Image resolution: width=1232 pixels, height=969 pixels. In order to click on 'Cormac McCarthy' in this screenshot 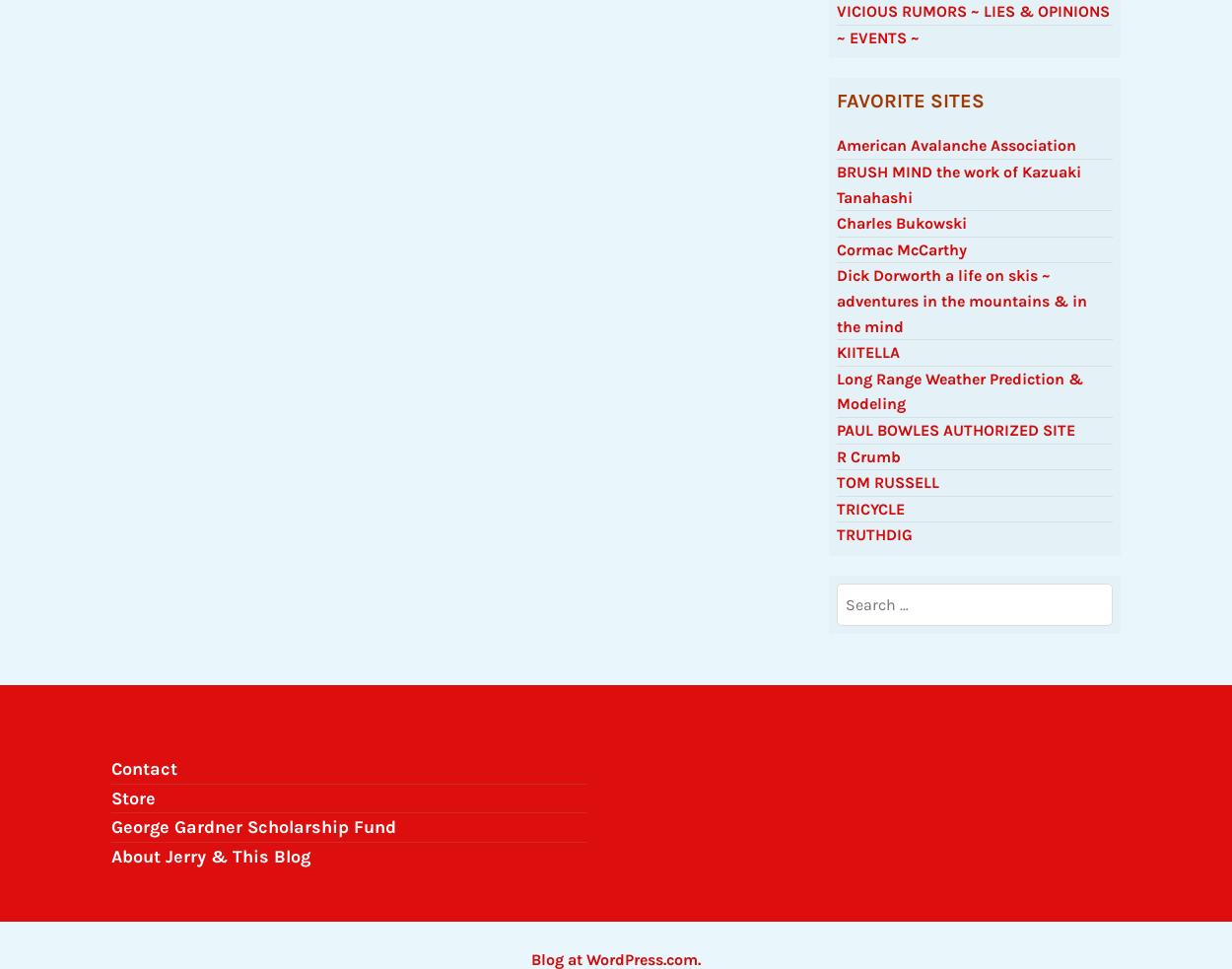, I will do `click(902, 258)`.